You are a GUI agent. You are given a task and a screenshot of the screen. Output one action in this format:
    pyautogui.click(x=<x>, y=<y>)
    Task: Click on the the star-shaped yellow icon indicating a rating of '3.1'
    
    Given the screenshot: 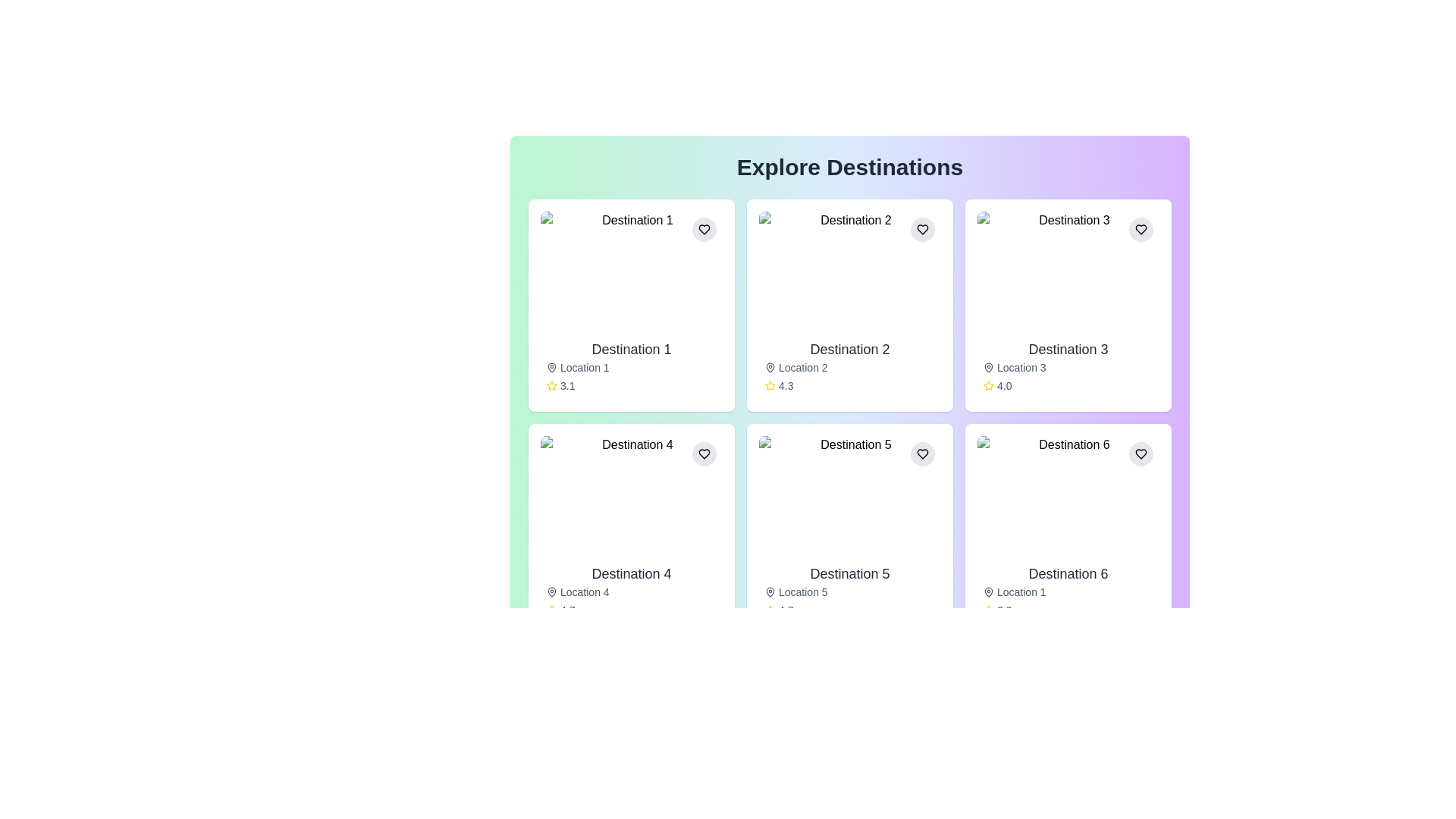 What is the action you would take?
    pyautogui.click(x=551, y=385)
    